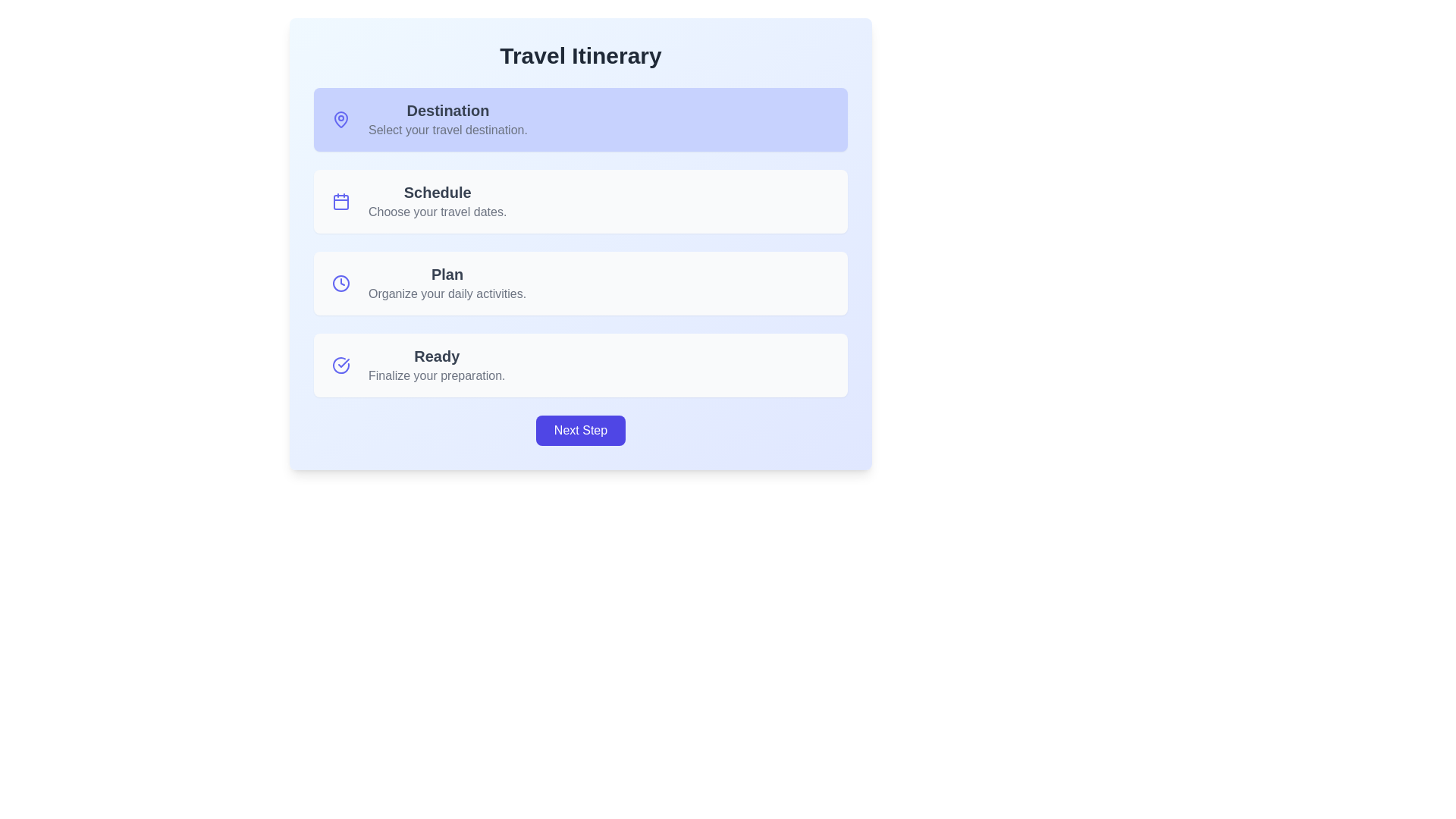  Describe the element at coordinates (447, 294) in the screenshot. I see `descriptive text label located below the 'Plan' section, which provides supplementary detail about its purpose` at that location.